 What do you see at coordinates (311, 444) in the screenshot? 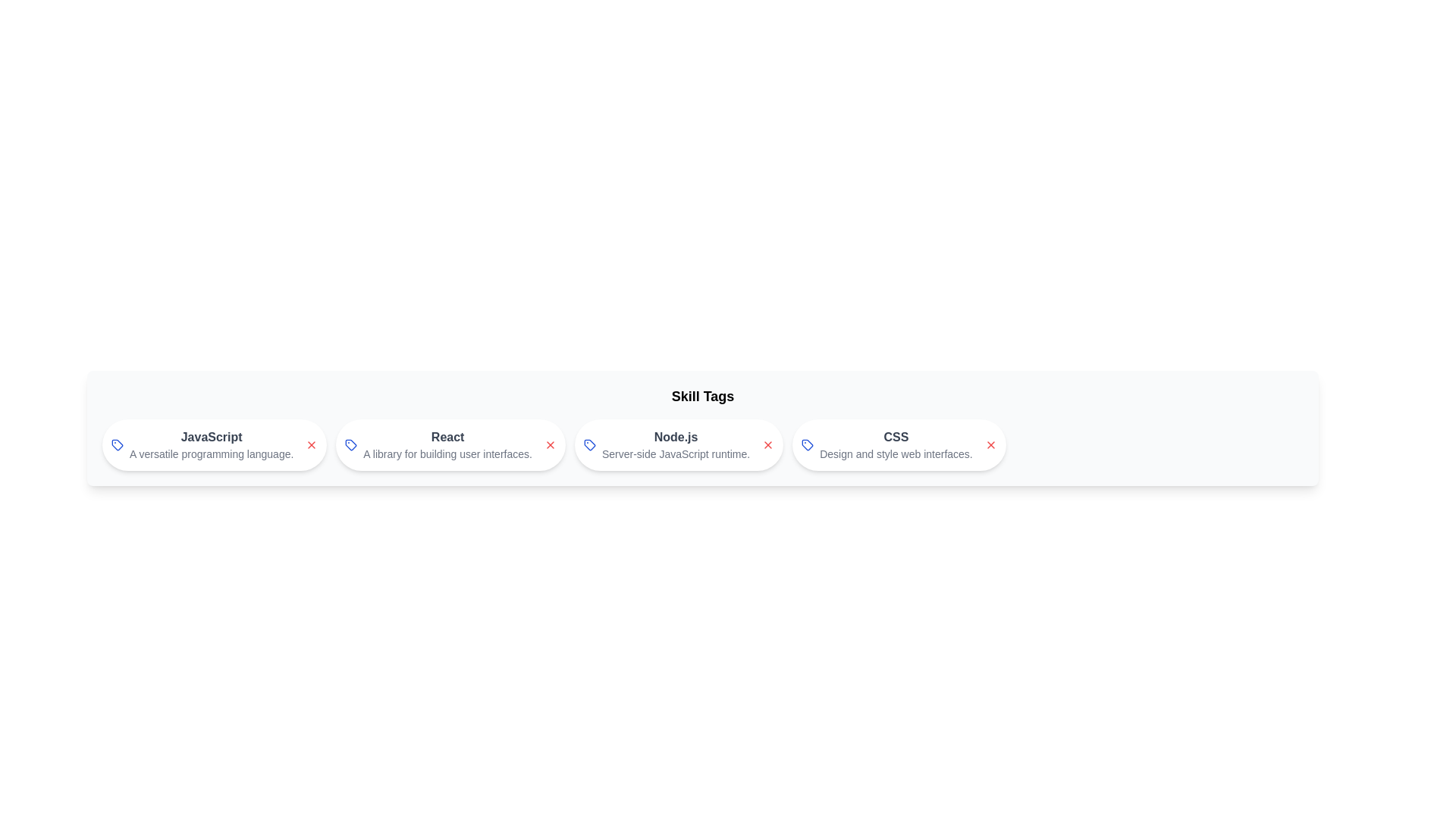
I see `close button of the skill chip labeled JavaScript` at bounding box center [311, 444].